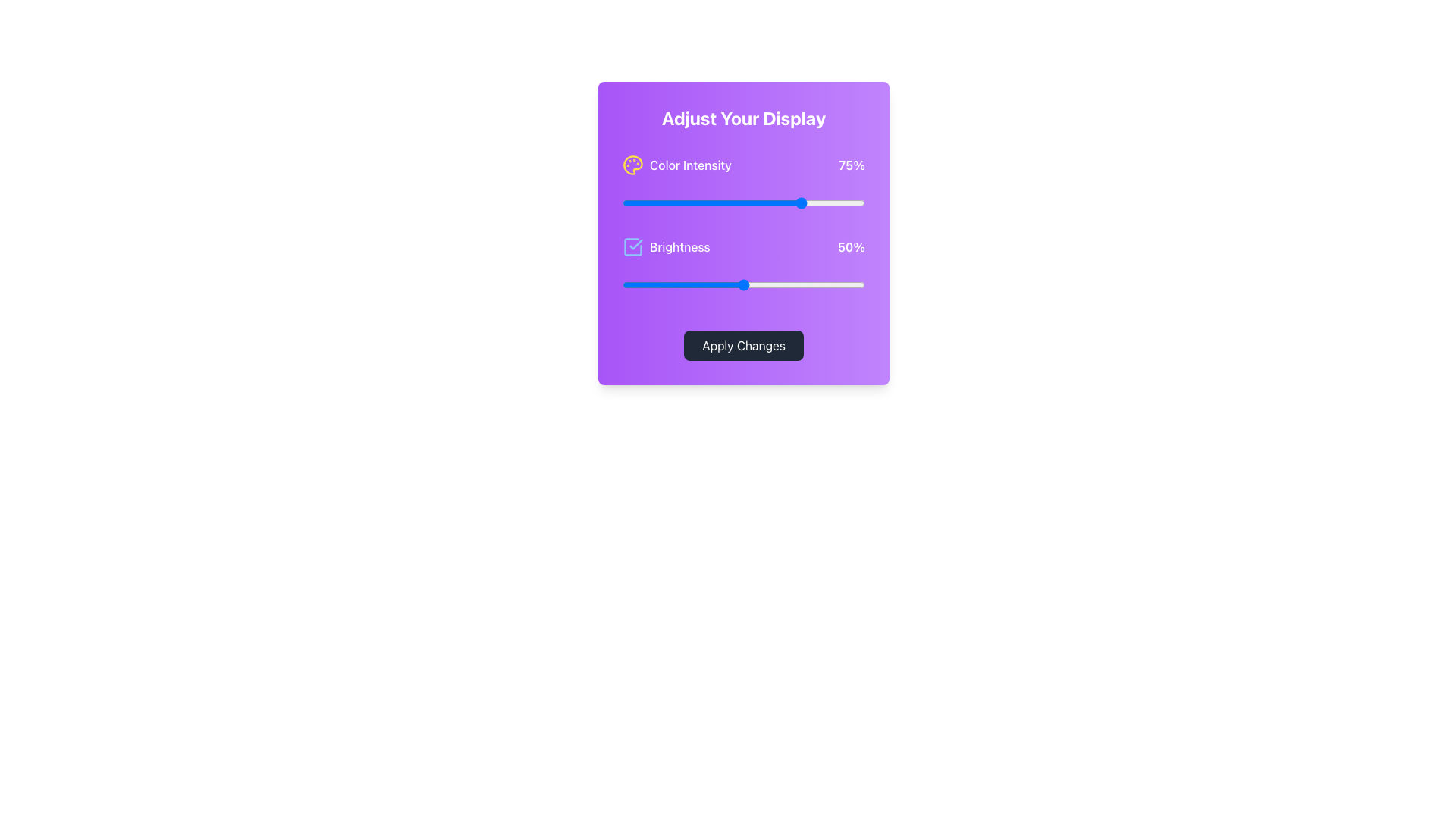 This screenshot has height=819, width=1456. I want to click on the 'Color Intensity 75%' label with icon, which serves as a label for the associated slider control, so click(676, 165).